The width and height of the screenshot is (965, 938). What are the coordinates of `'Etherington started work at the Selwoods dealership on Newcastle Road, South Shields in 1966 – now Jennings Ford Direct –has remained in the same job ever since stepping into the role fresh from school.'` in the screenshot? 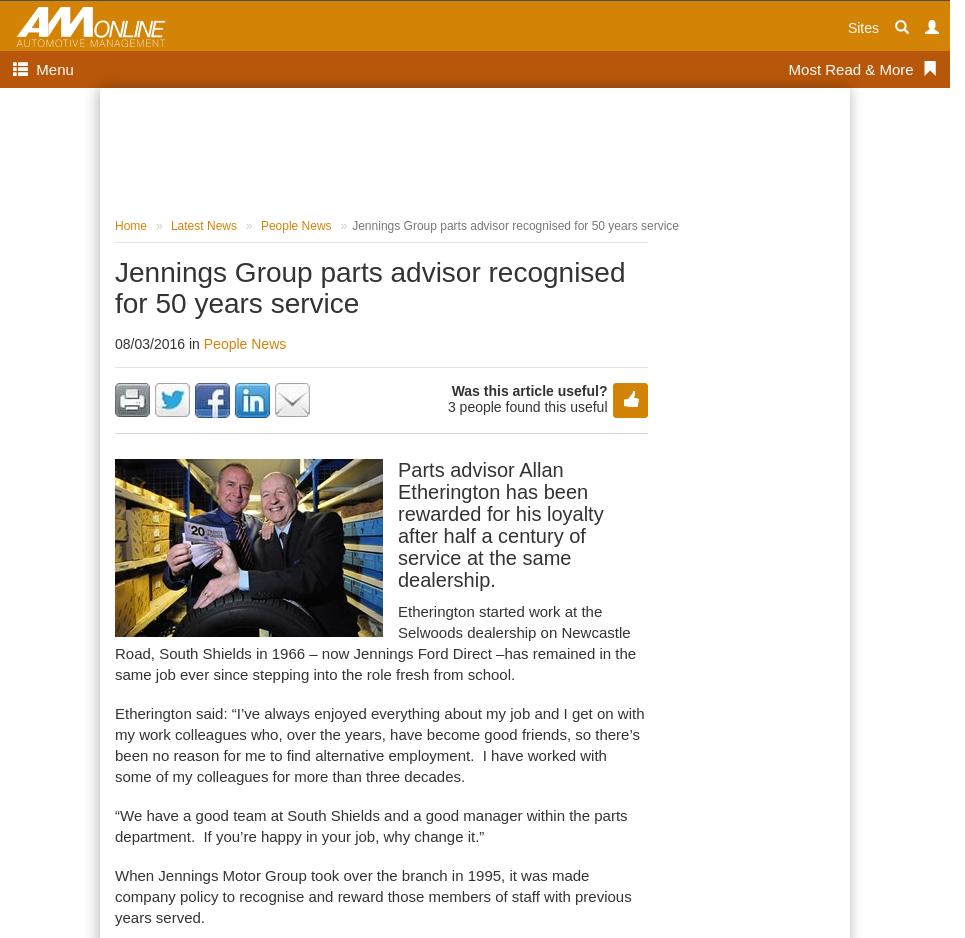 It's located at (374, 641).